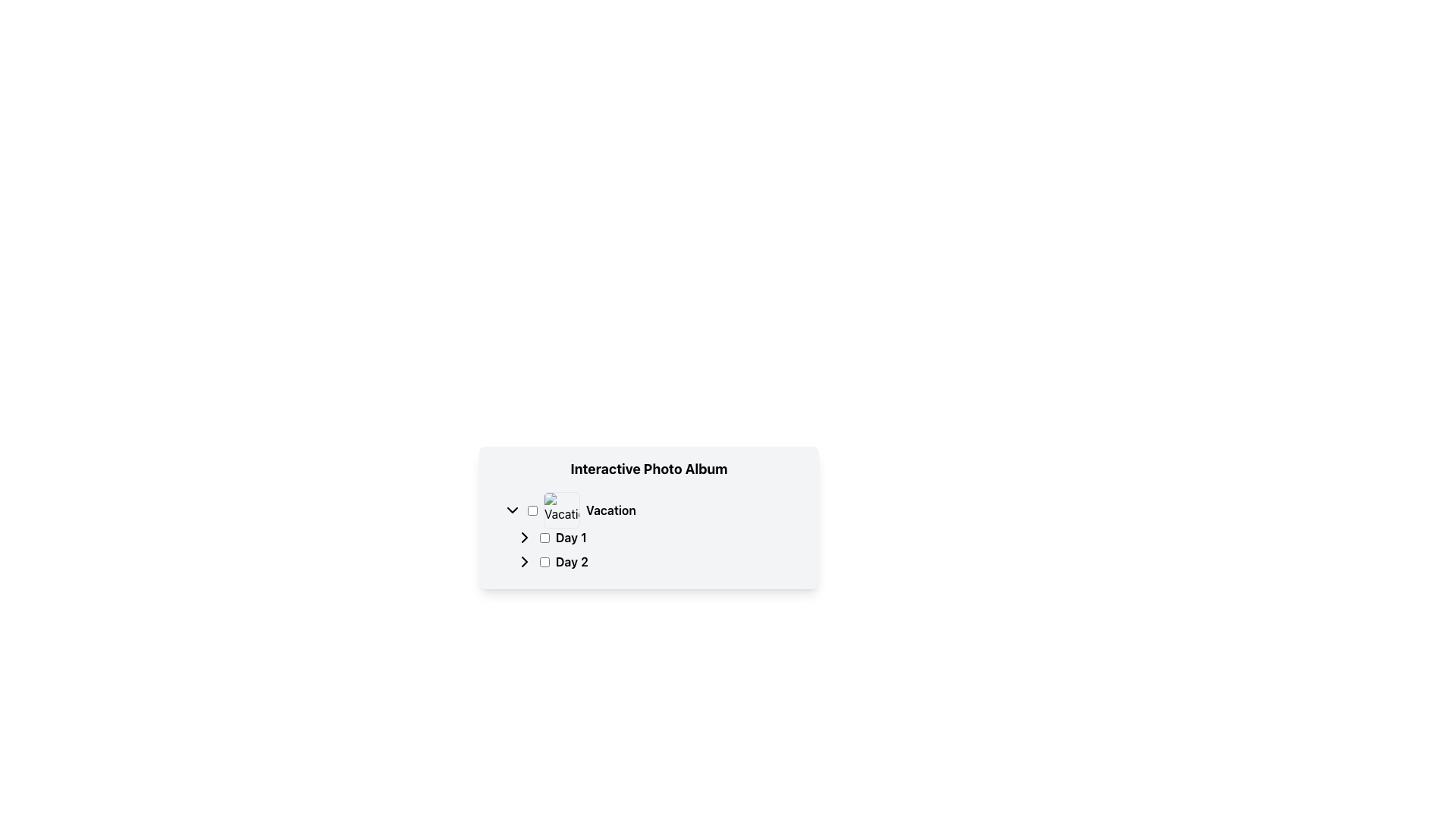 The image size is (1456, 819). I want to click on the static text label displaying 'Day 1', which is part of the 'Vacation' section in the 'Interactive Photo Album' interface, located to the right of a checkbox and an expand/collapse triangle icon, so click(570, 537).